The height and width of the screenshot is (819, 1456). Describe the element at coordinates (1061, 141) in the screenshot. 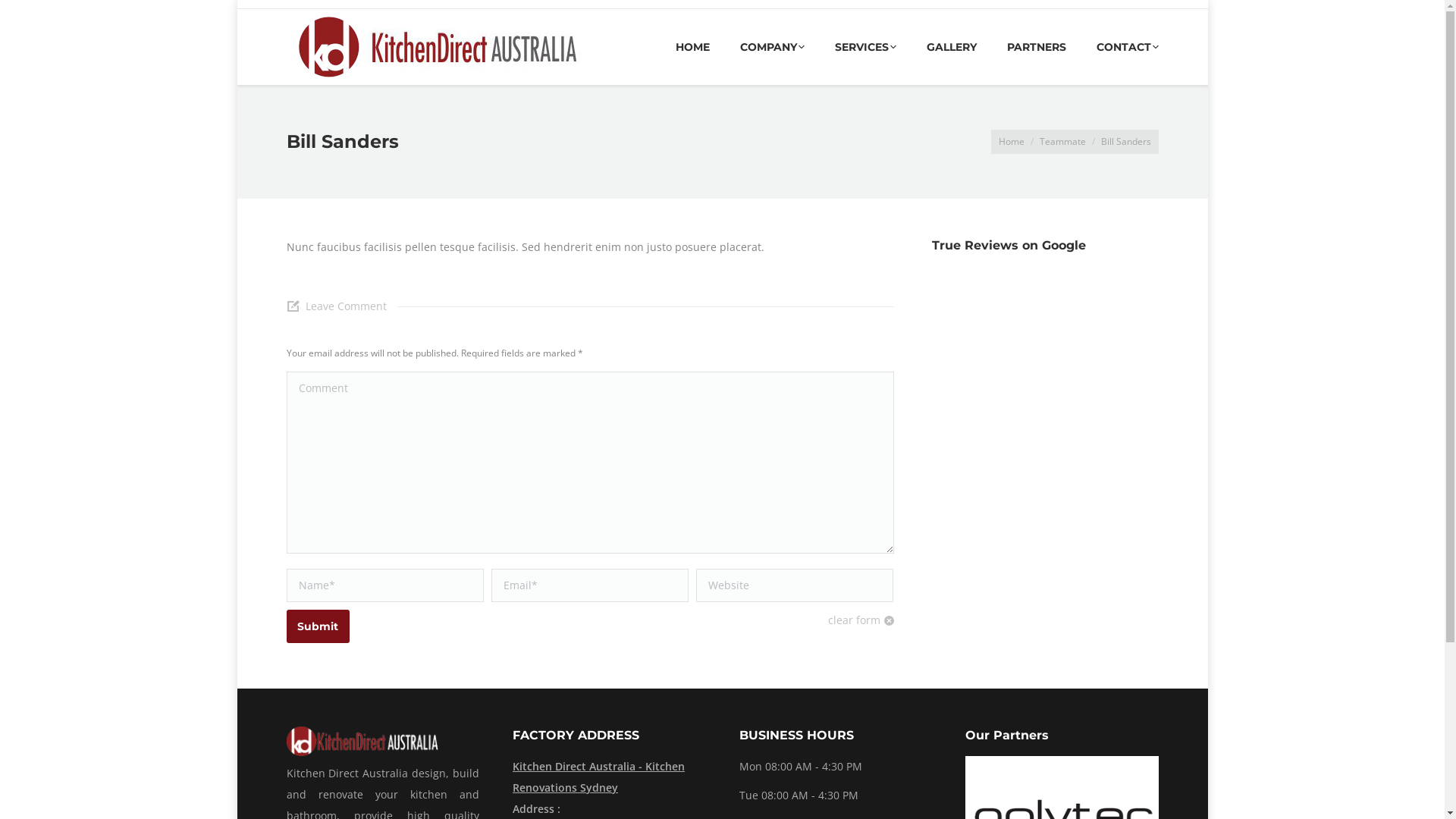

I see `'Teammate'` at that location.